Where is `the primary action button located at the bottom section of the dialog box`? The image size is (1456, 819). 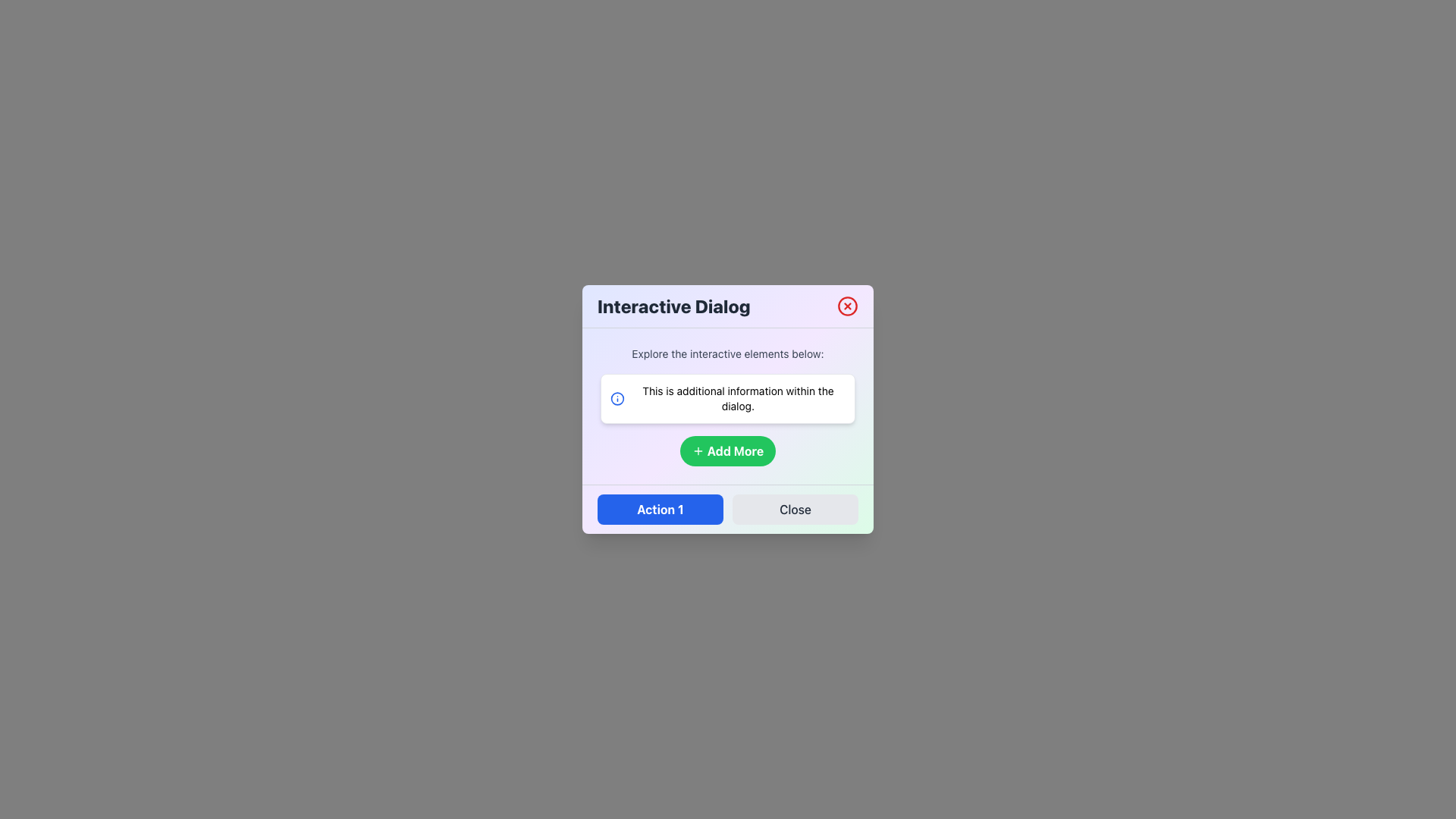 the primary action button located at the bottom section of the dialog box is located at coordinates (660, 509).